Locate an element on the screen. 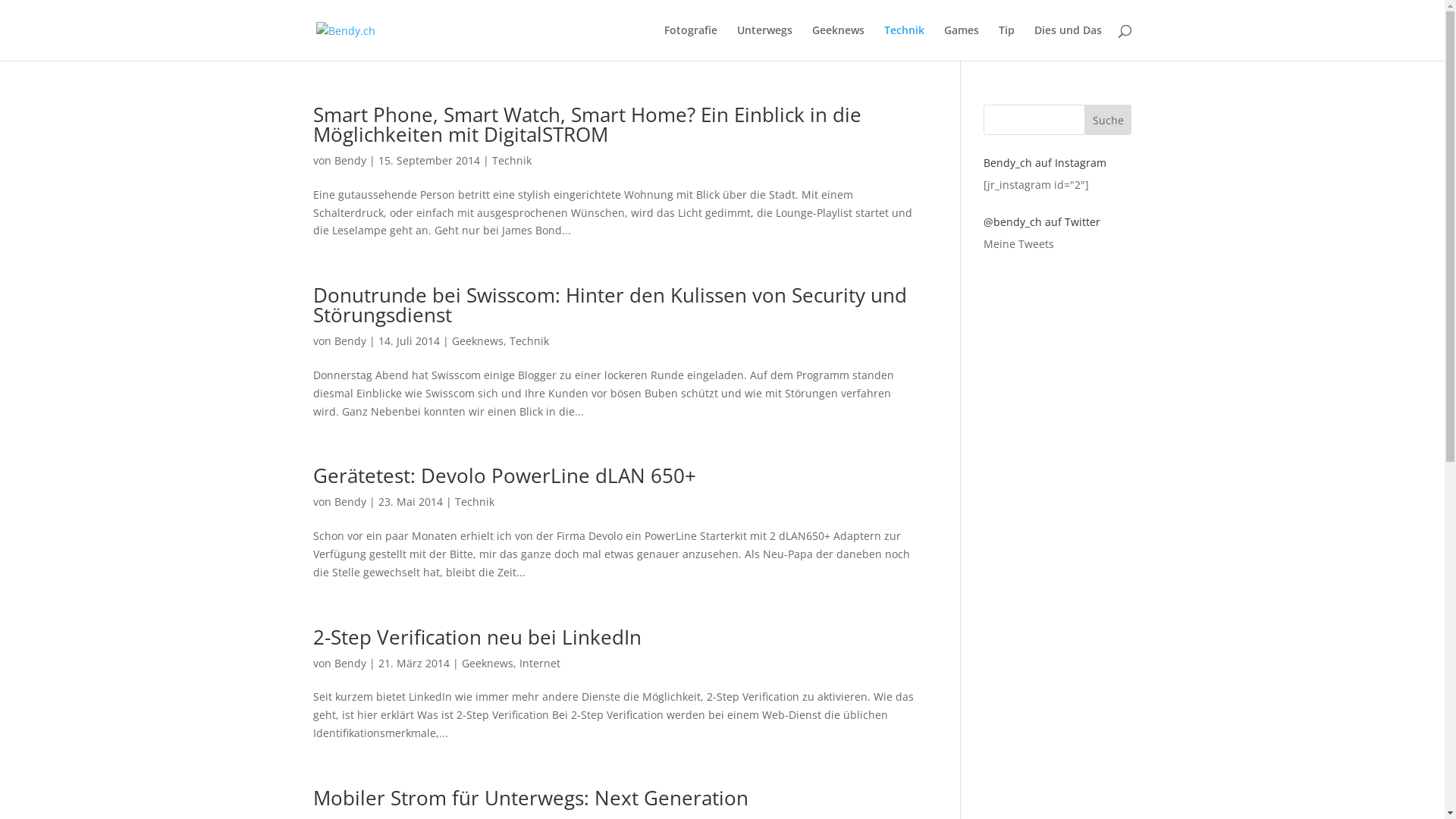 The width and height of the screenshot is (1456, 819). 'Games' is located at coordinates (960, 42).